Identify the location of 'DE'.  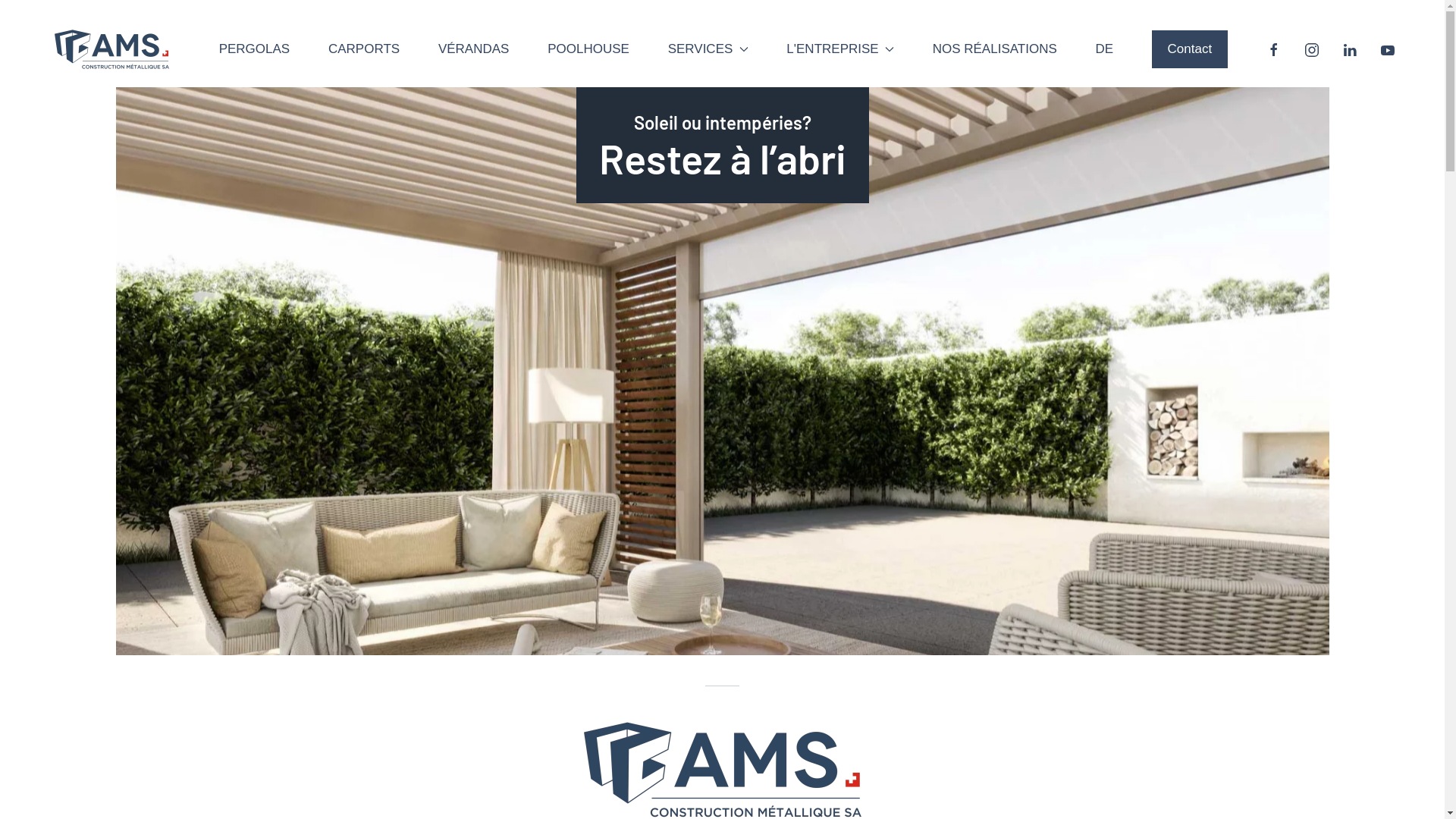
(1105, 49).